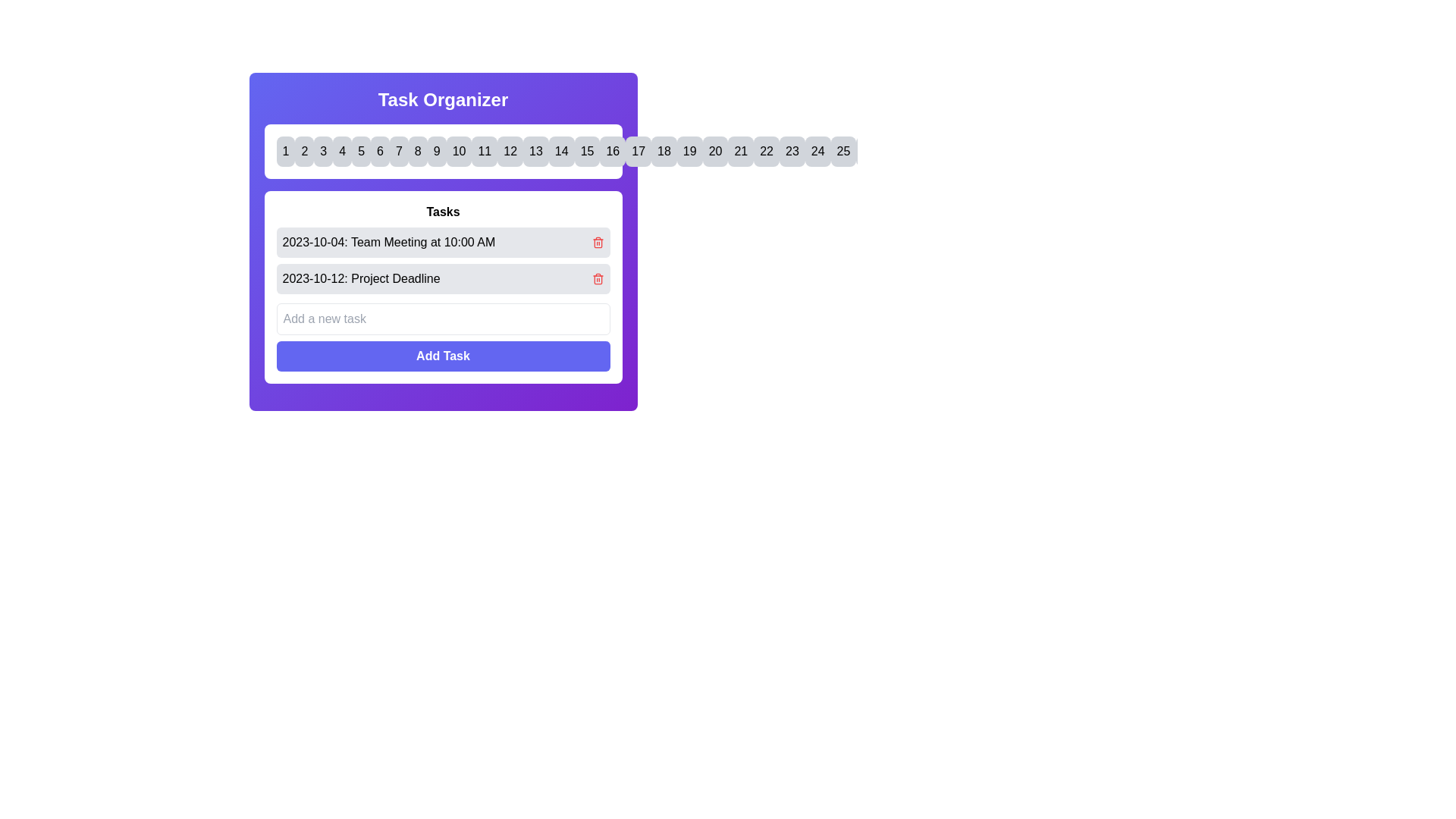 Image resolution: width=1456 pixels, height=819 pixels. Describe the element at coordinates (484, 152) in the screenshot. I see `the 11th button in the horizontal sequence of buttons representing numbers` at that location.